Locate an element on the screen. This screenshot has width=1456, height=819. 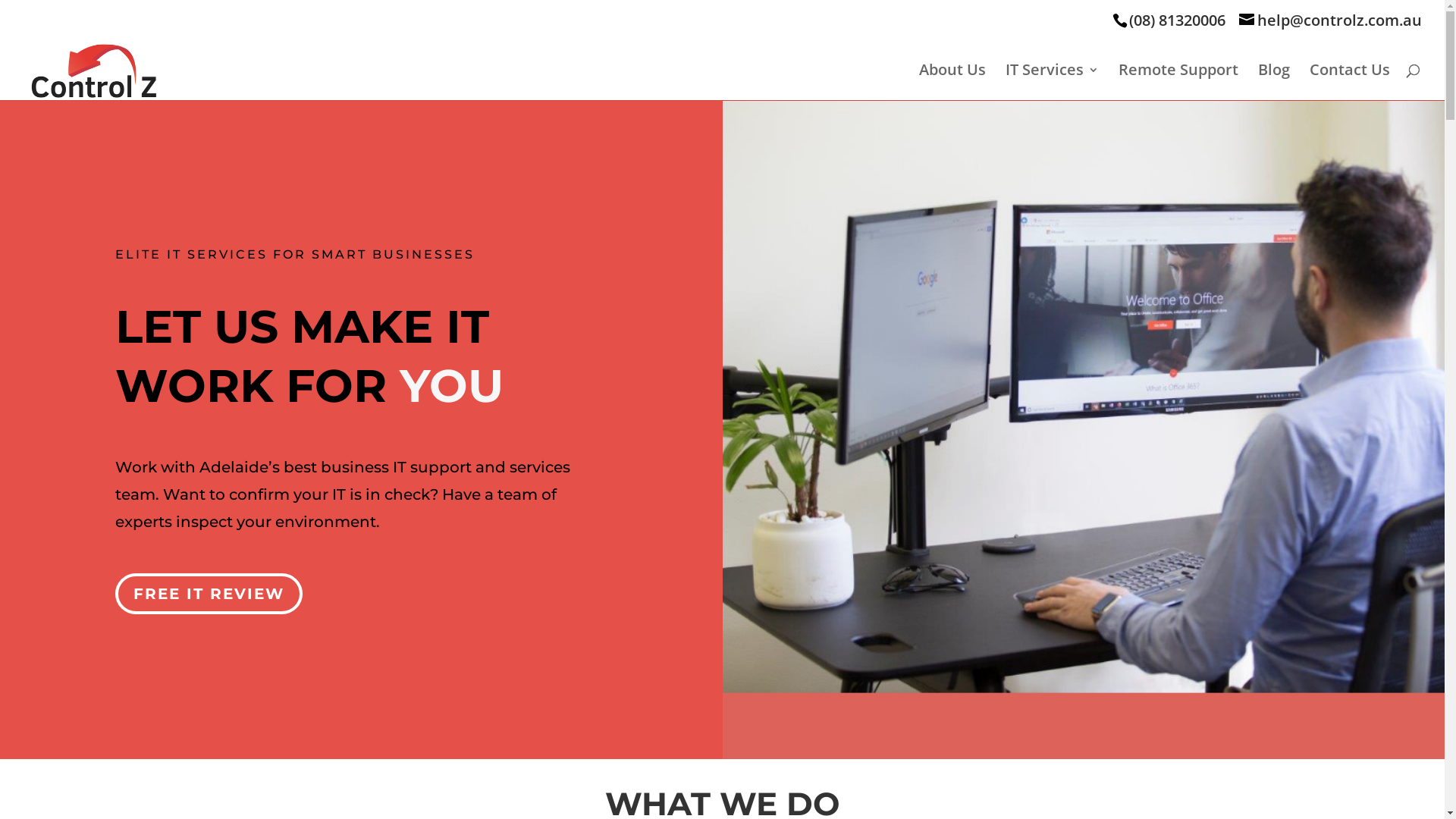
'FREE IT REVIEW' is located at coordinates (208, 593).